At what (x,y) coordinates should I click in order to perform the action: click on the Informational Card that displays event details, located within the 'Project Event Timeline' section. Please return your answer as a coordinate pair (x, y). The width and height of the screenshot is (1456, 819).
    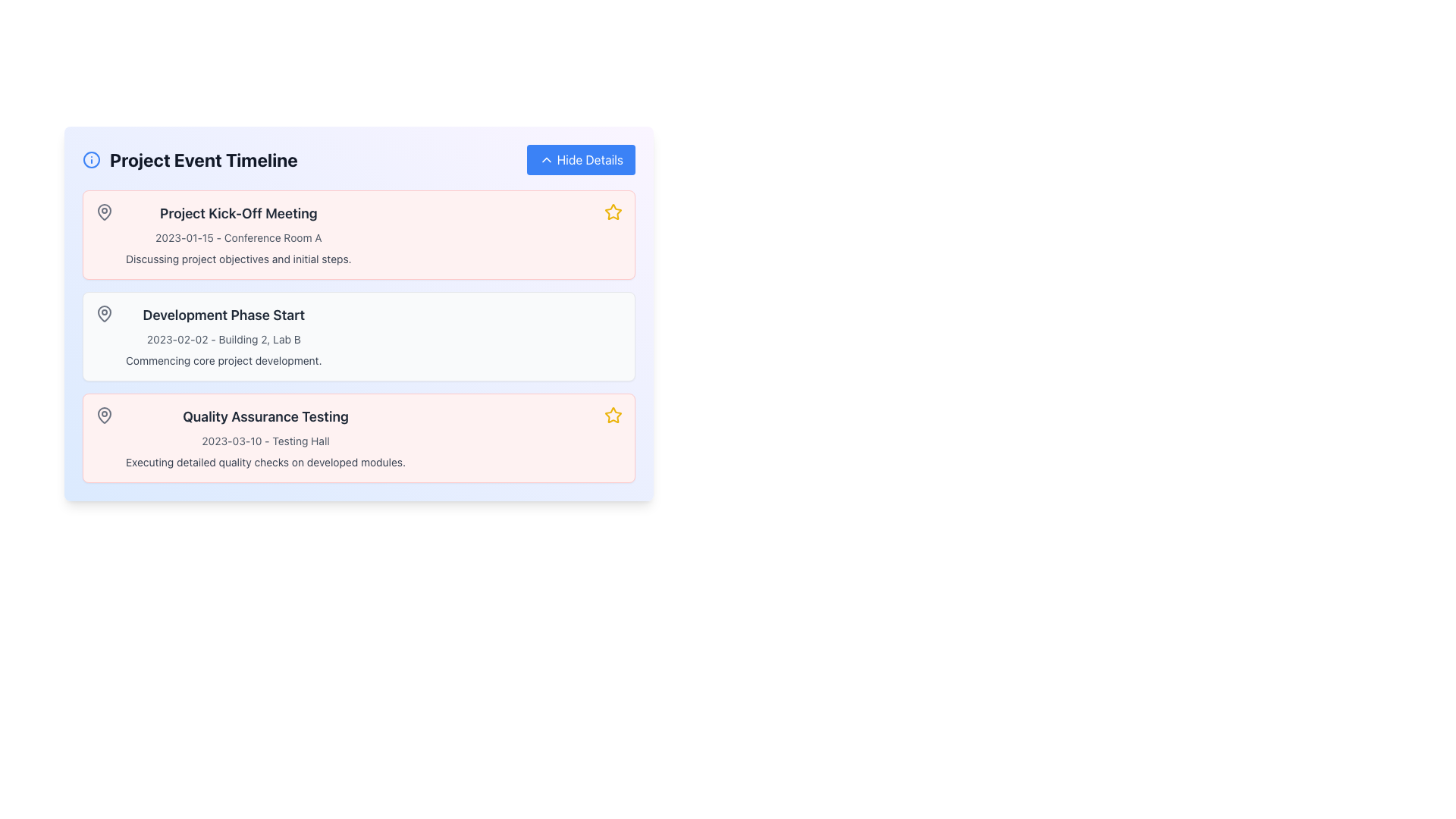
    Looking at the image, I should click on (358, 312).